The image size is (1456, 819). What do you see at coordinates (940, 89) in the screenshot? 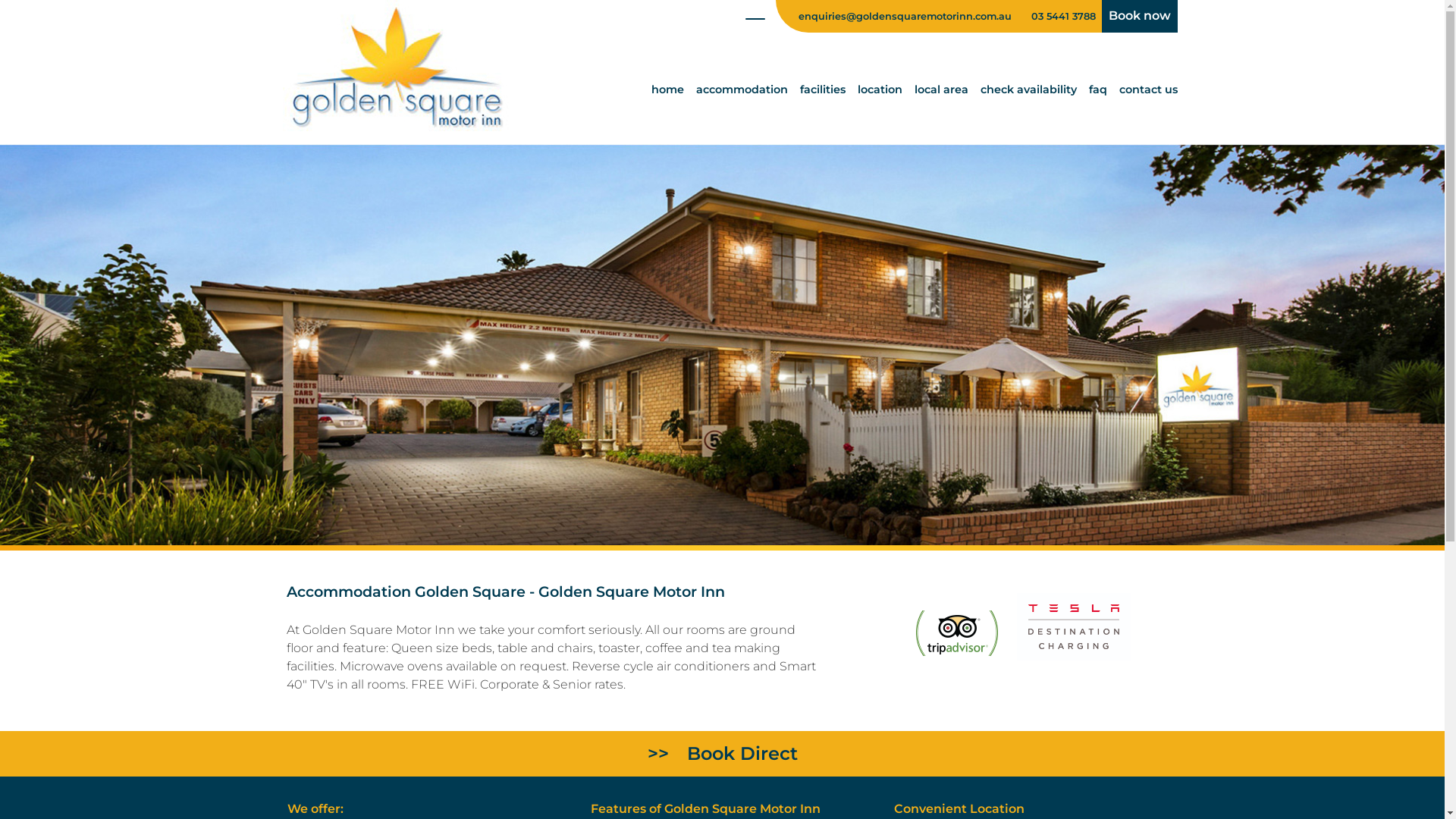
I see `'local area'` at bounding box center [940, 89].